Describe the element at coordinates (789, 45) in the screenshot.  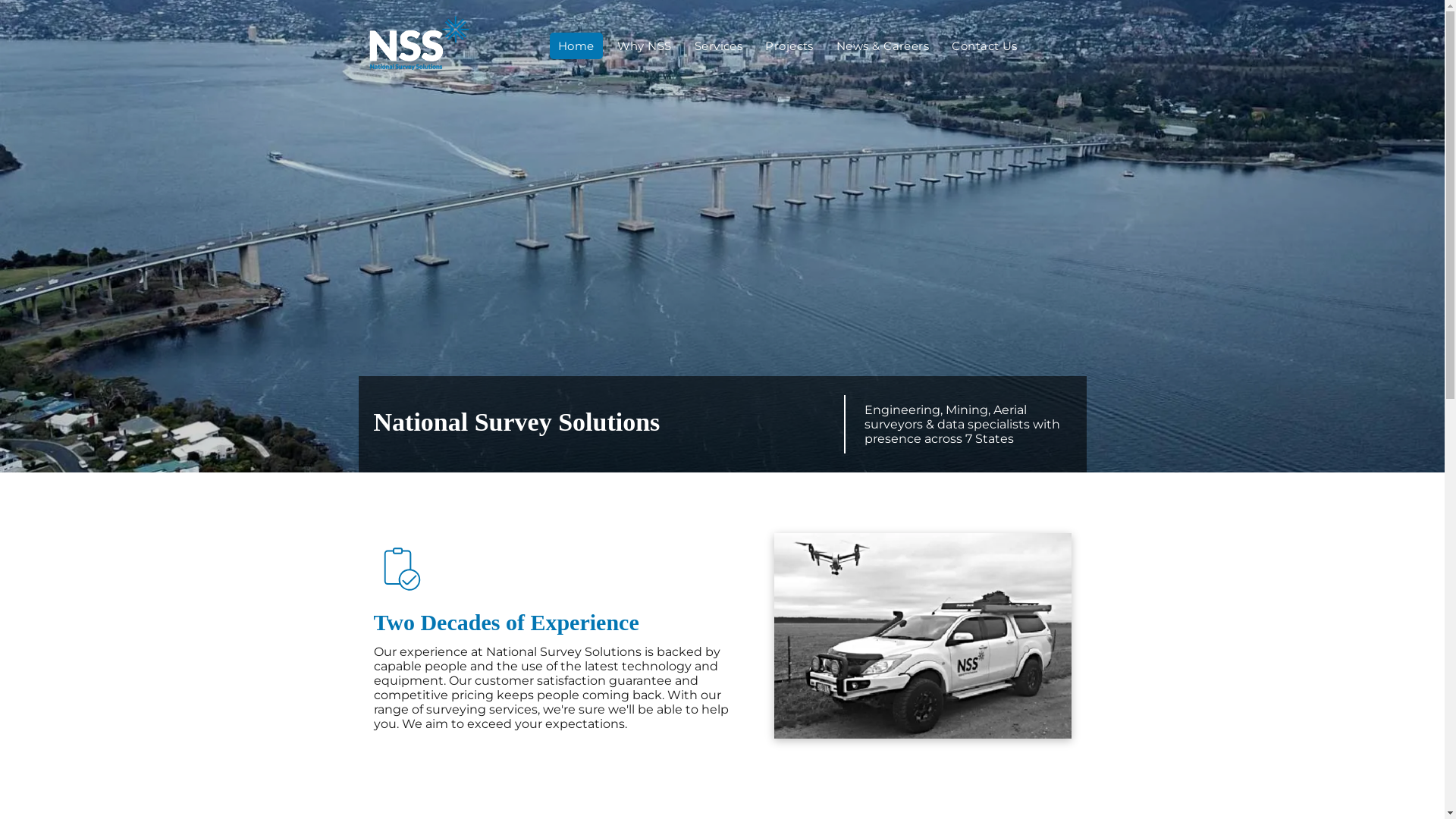
I see `'Projects'` at that location.